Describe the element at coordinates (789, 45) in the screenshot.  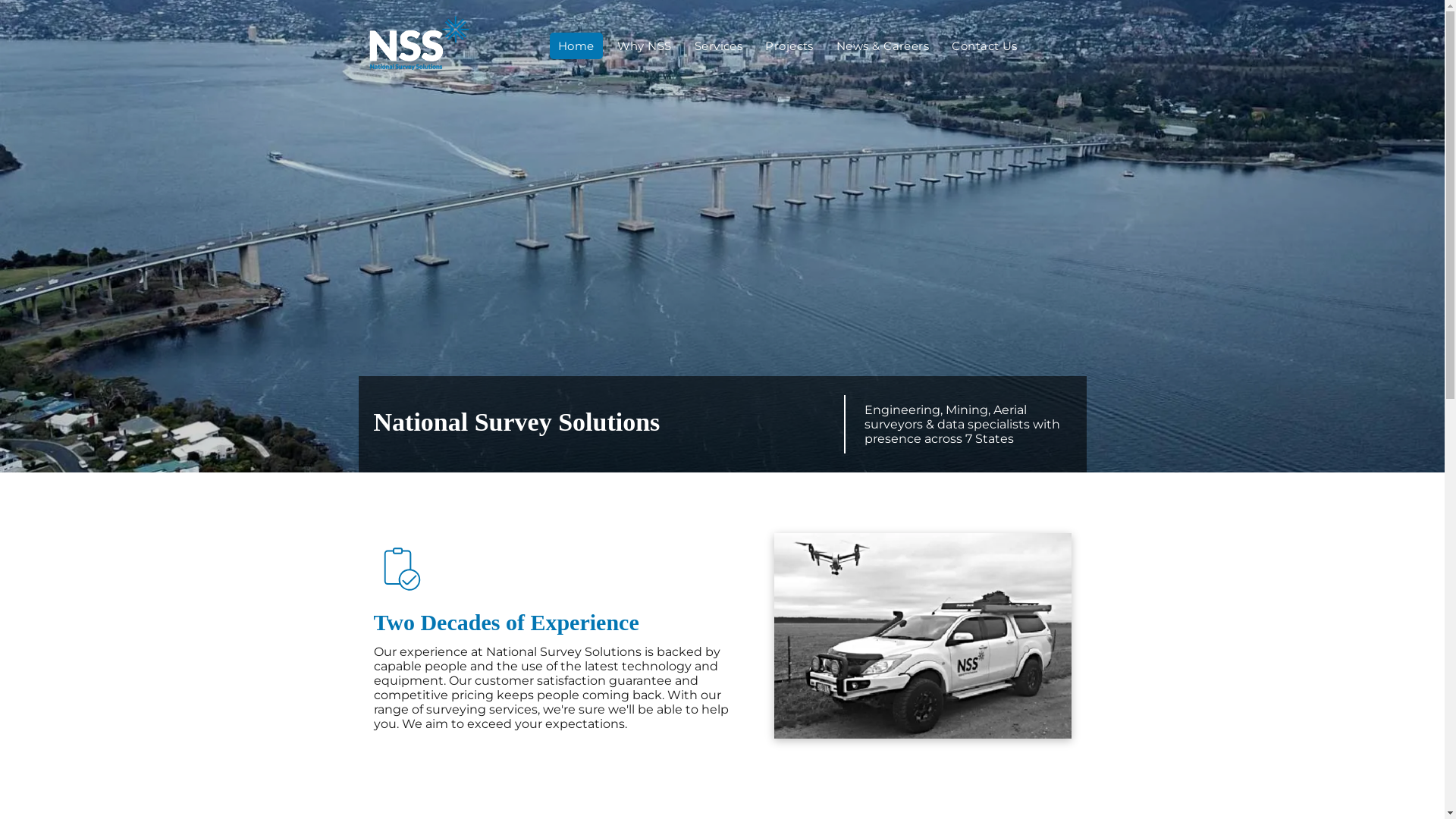
I see `'Projects'` at that location.